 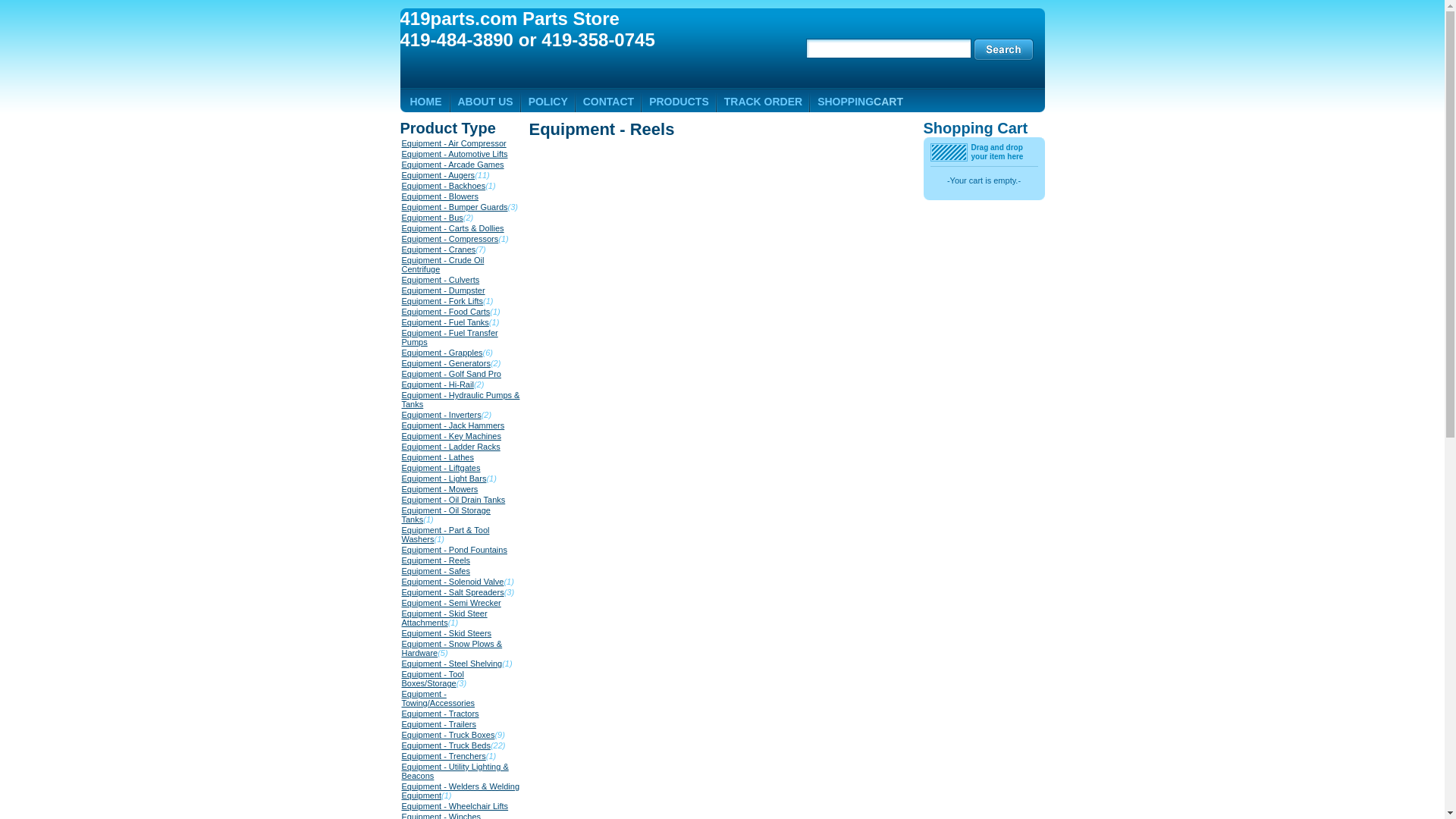 What do you see at coordinates (401, 456) in the screenshot?
I see `'Equipment - Lathes'` at bounding box center [401, 456].